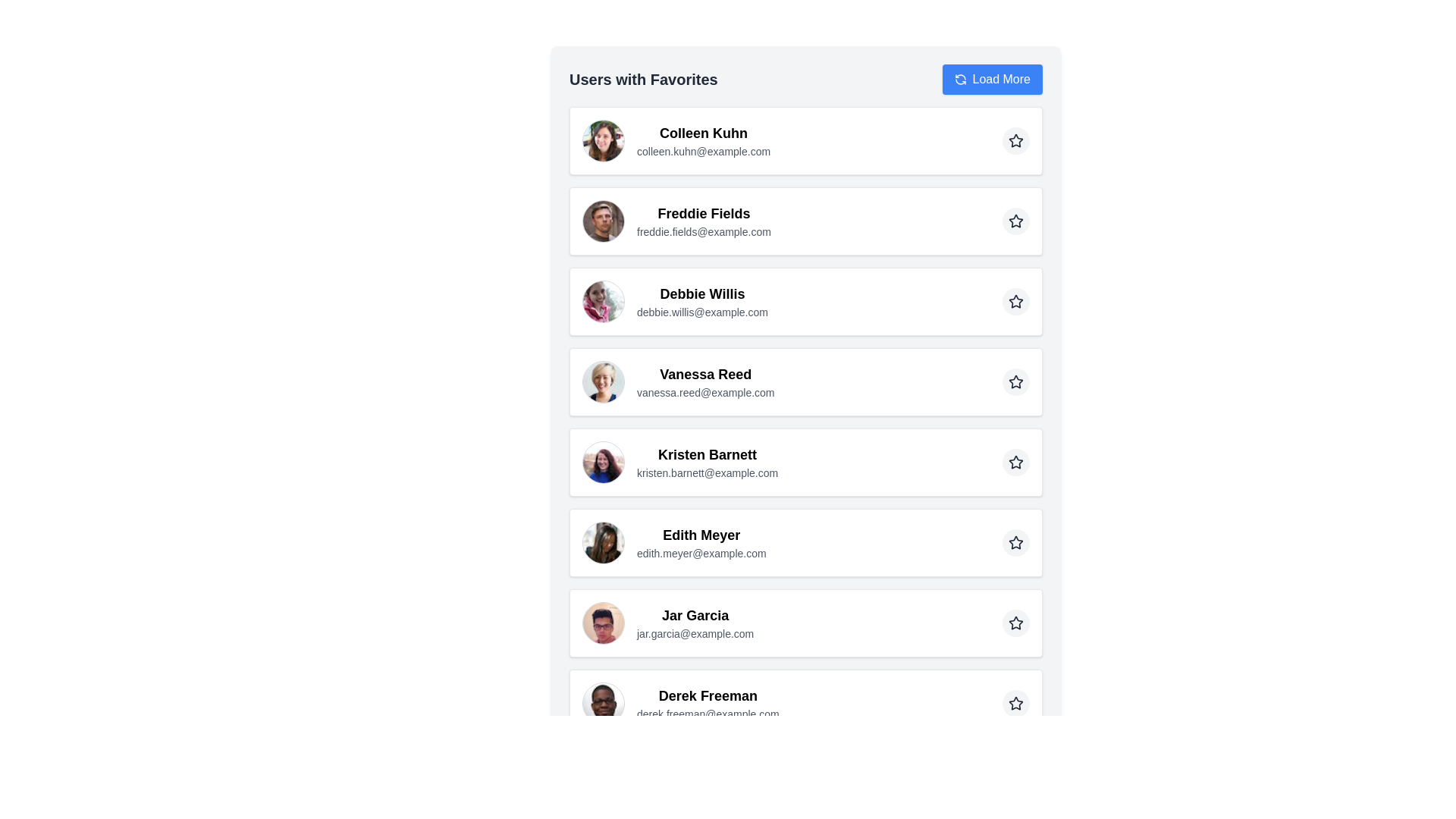  Describe the element at coordinates (701, 294) in the screenshot. I see `the bold text label displaying the name 'Debbie Willis', which is the third entry in the vertical list under 'Users with Favorites'. This label is positioned above the email address and to the right of the avatar image` at that location.